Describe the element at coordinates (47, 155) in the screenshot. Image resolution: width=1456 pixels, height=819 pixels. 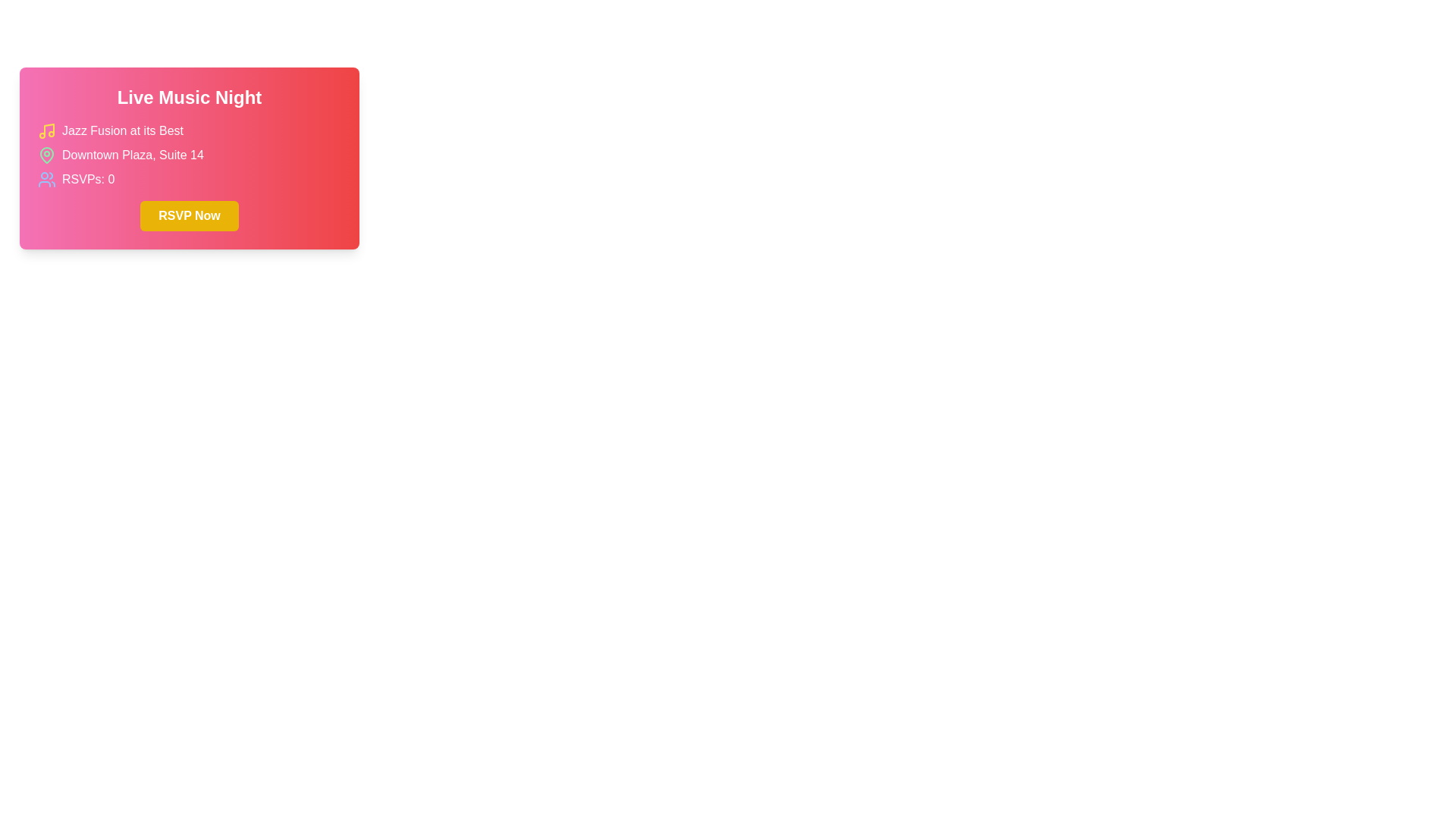
I see `the small green pin icon styled as a map location marker located to the left of the text 'Downtown Plaza, Suite 14'` at that location.